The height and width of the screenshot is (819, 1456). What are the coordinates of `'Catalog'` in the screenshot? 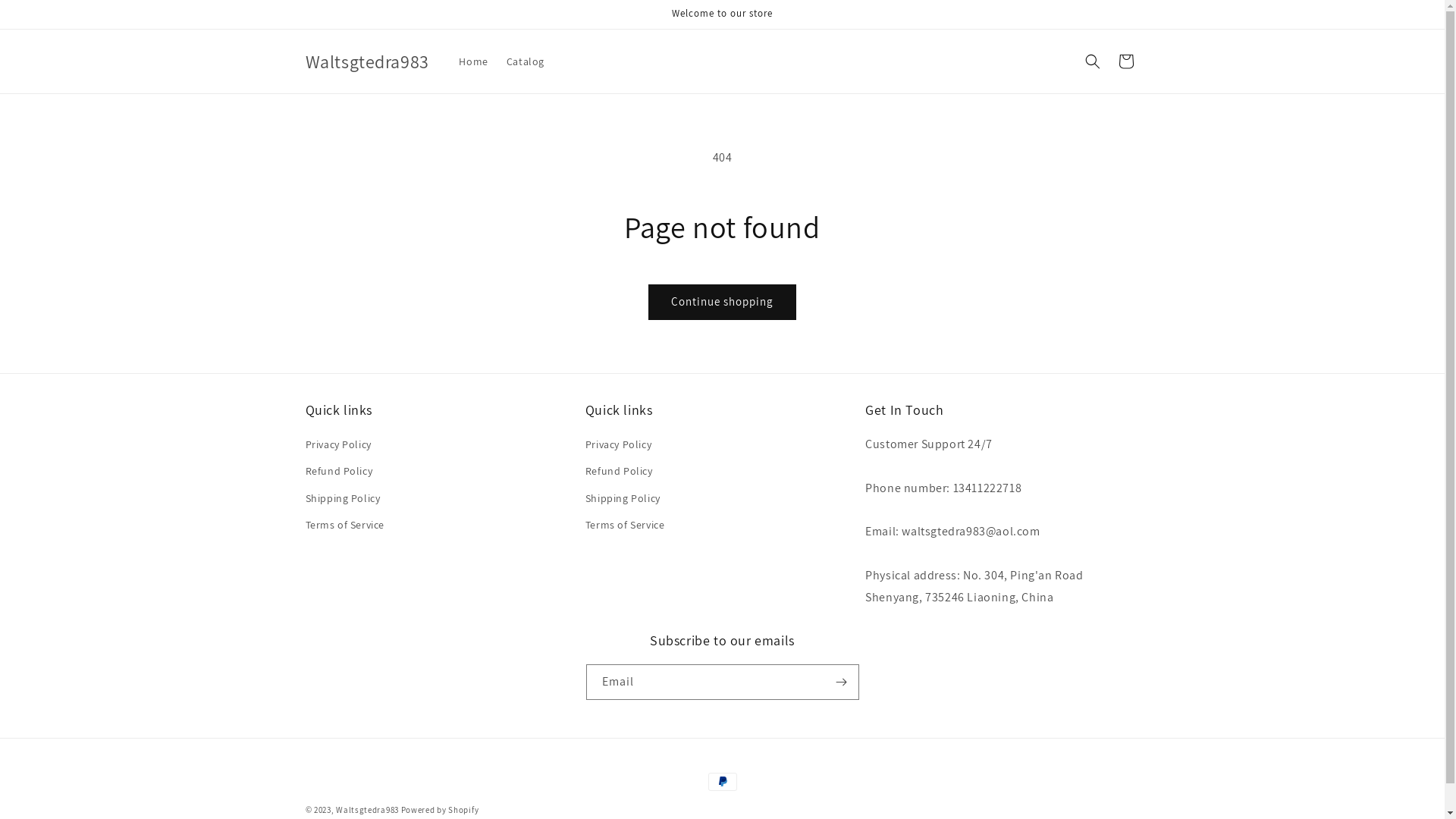 It's located at (525, 61).